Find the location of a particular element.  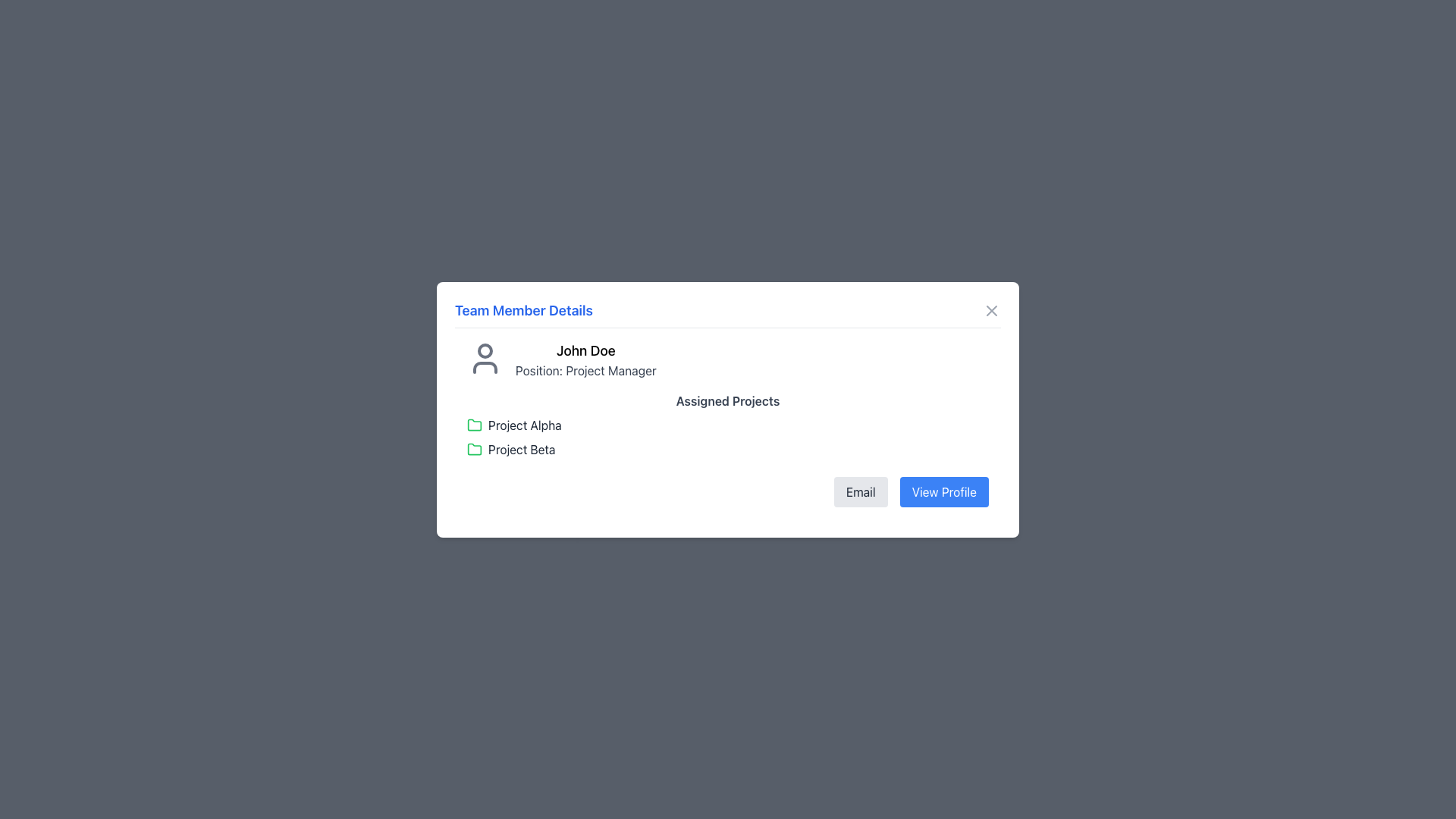

the icon representing 'Project Beta' located in the 'Assigned Projects' section of the 'Team Member Details' modal is located at coordinates (473, 447).